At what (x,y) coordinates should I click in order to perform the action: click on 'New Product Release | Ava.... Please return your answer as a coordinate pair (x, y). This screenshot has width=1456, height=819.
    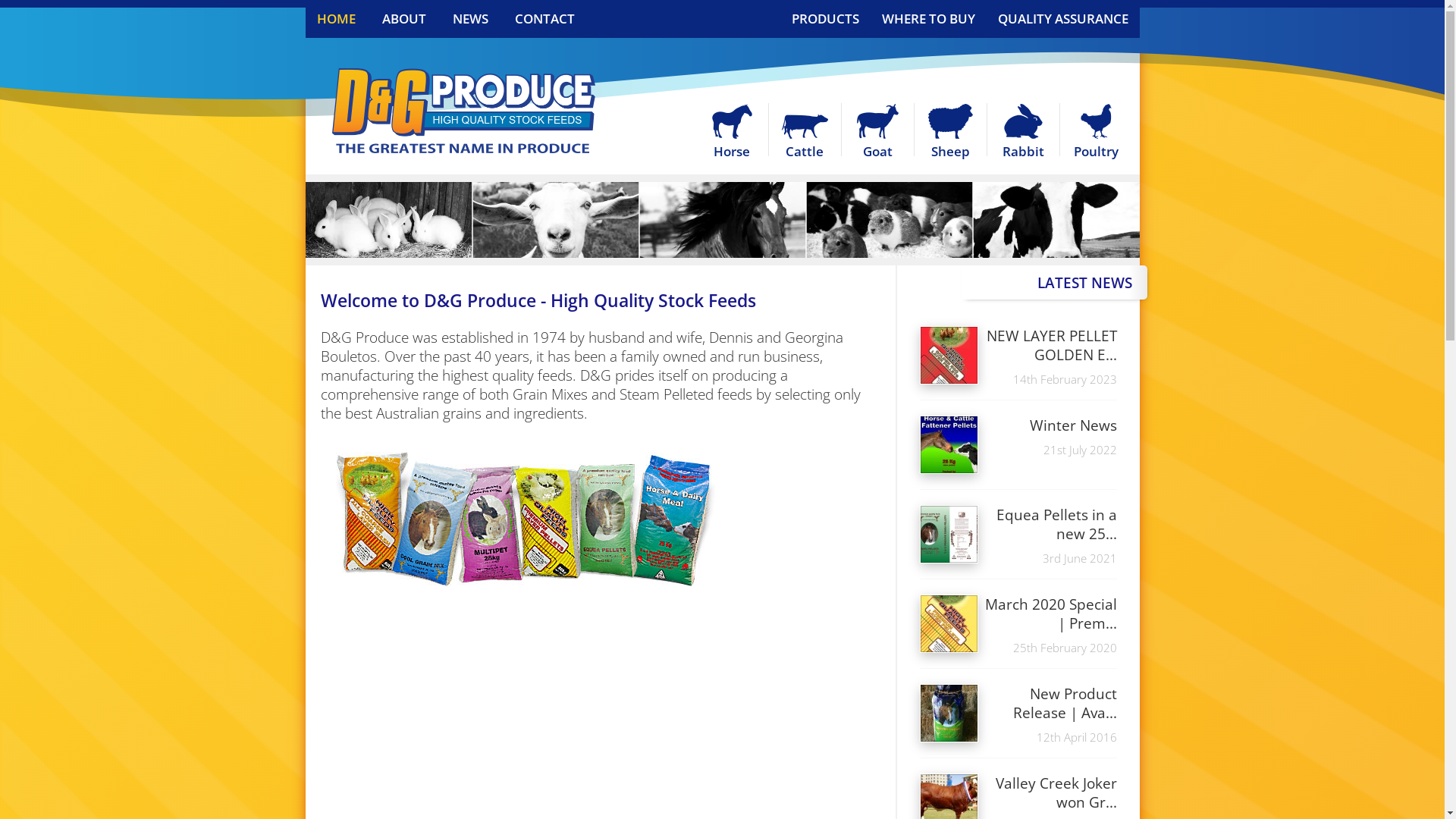
    Looking at the image, I should click on (1018, 714).